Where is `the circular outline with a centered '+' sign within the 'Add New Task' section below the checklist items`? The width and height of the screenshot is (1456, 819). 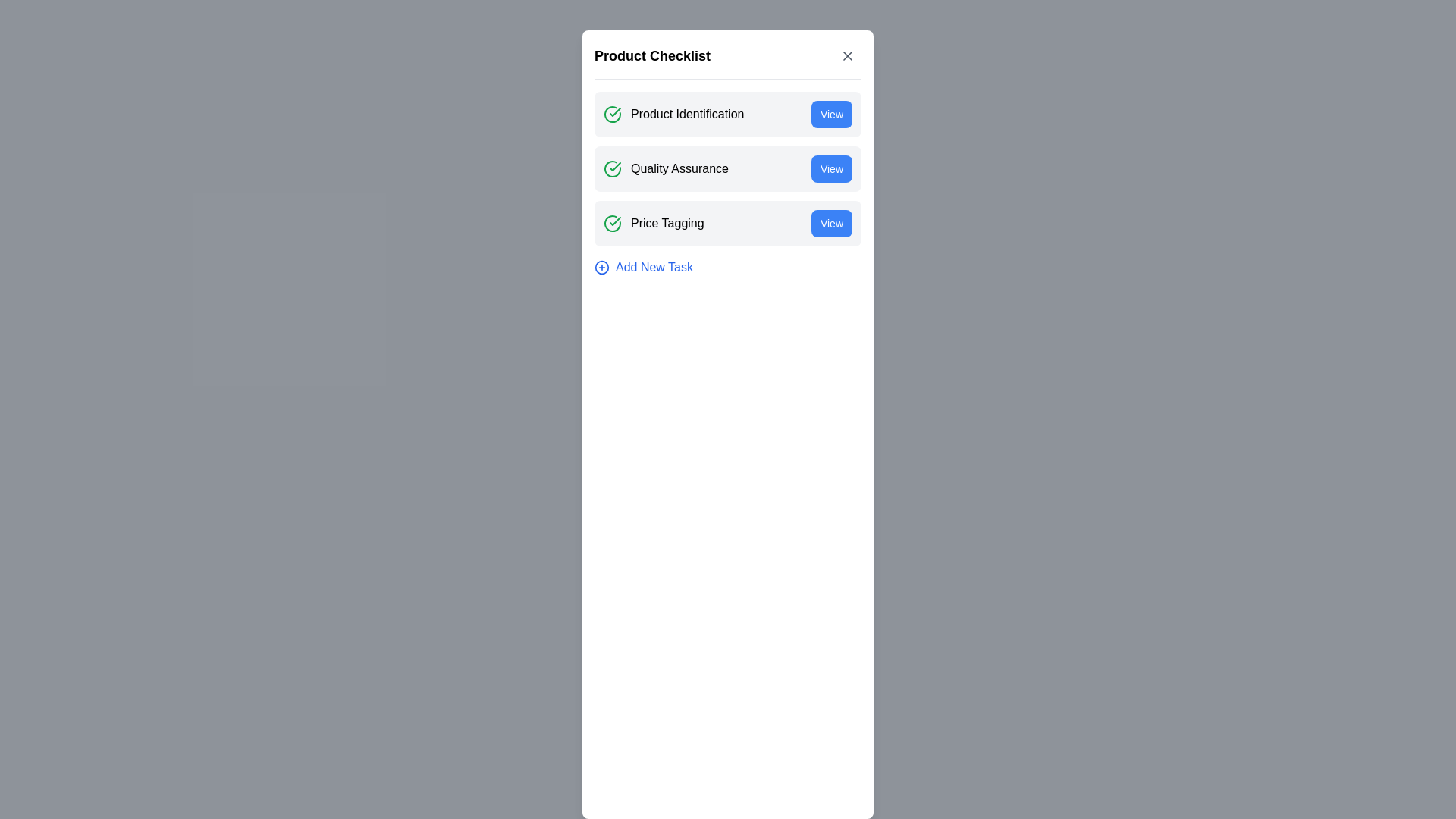
the circular outline with a centered '+' sign within the 'Add New Task' section below the checklist items is located at coordinates (601, 267).